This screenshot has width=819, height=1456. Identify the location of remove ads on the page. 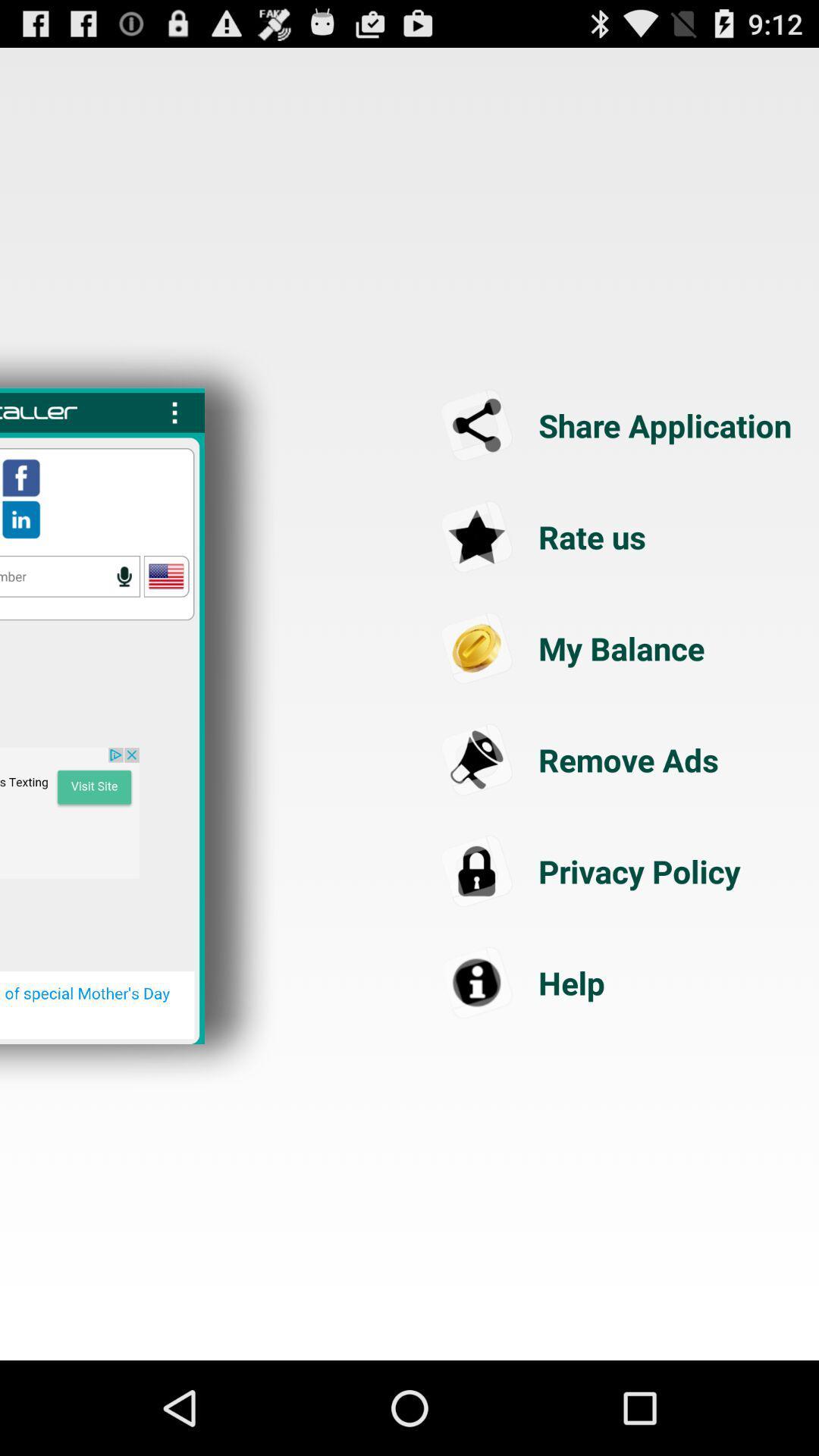
(619, 760).